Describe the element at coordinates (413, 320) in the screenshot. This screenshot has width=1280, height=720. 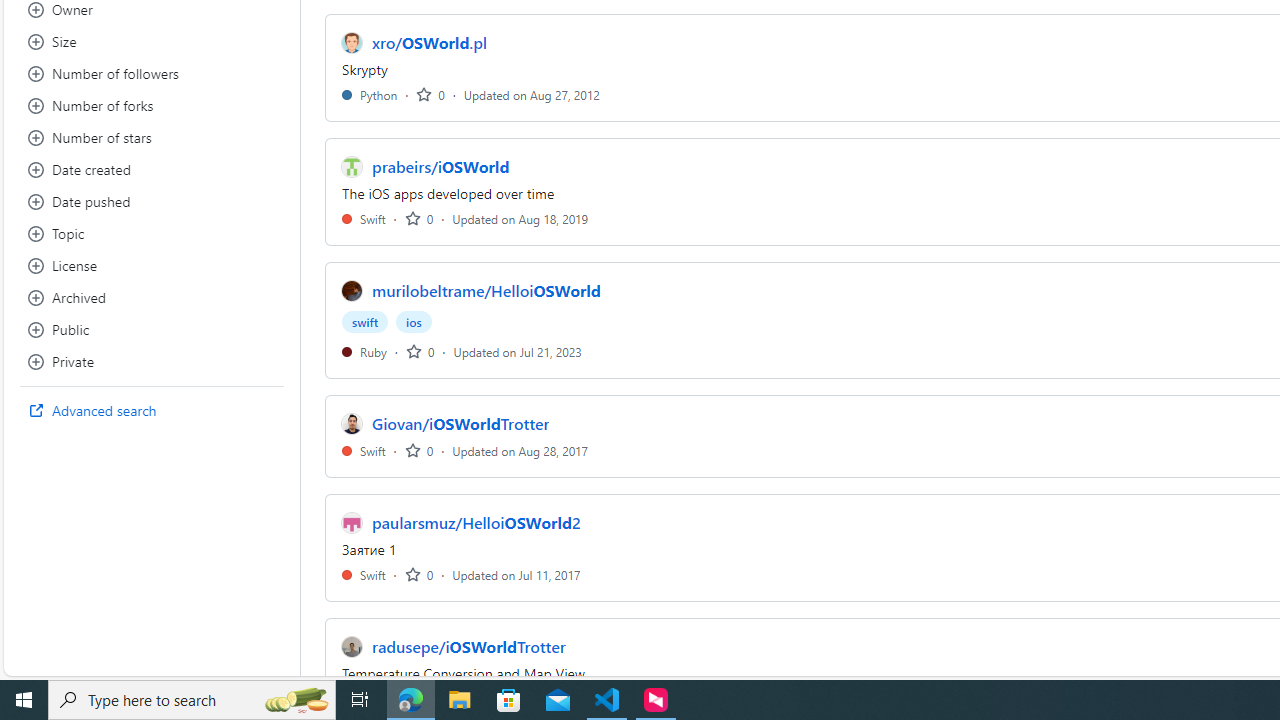
I see `'ios'` at that location.